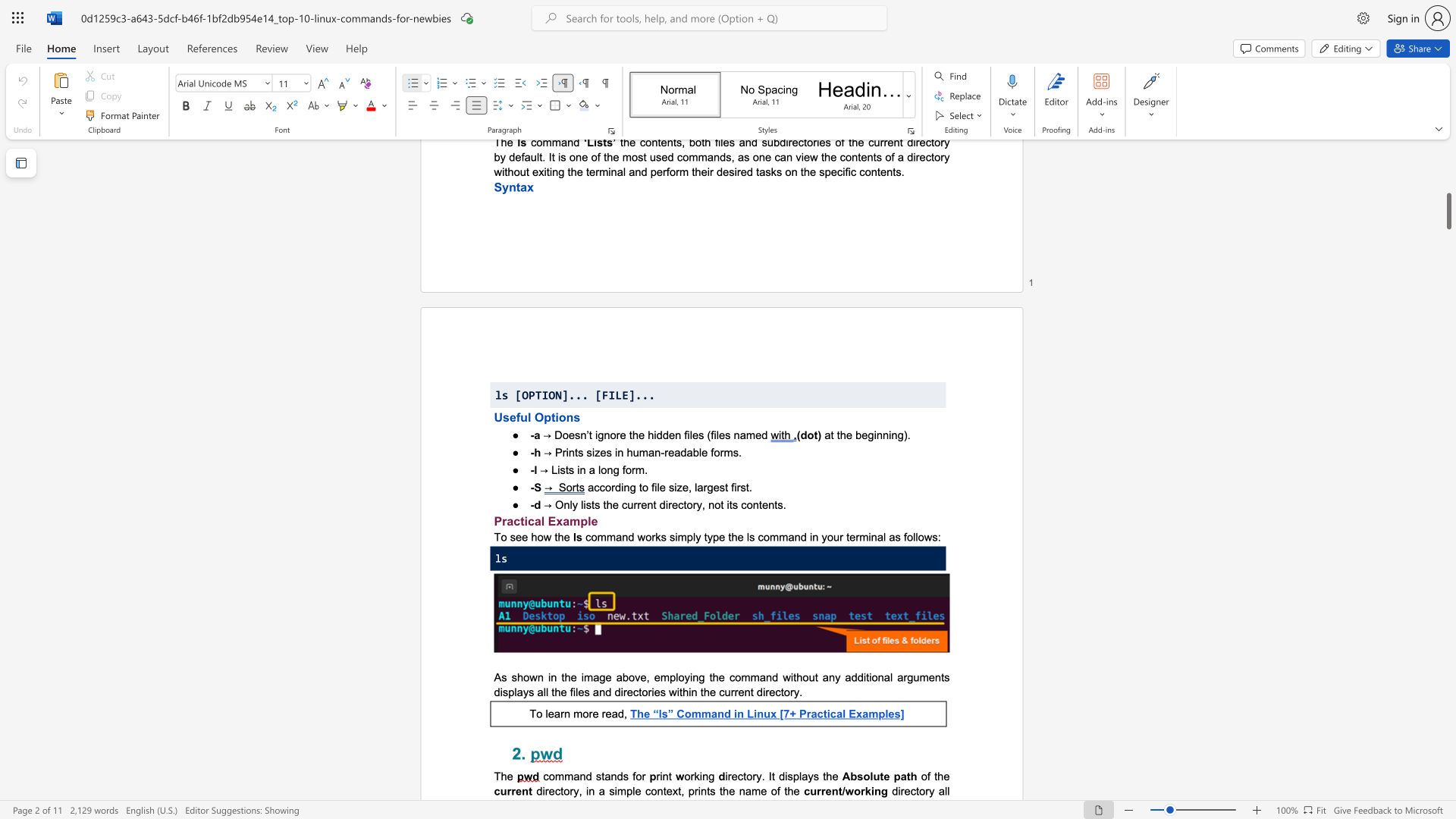 The width and height of the screenshot is (1456, 819). What do you see at coordinates (735, 487) in the screenshot?
I see `the 4th character "i" in the text` at bounding box center [735, 487].